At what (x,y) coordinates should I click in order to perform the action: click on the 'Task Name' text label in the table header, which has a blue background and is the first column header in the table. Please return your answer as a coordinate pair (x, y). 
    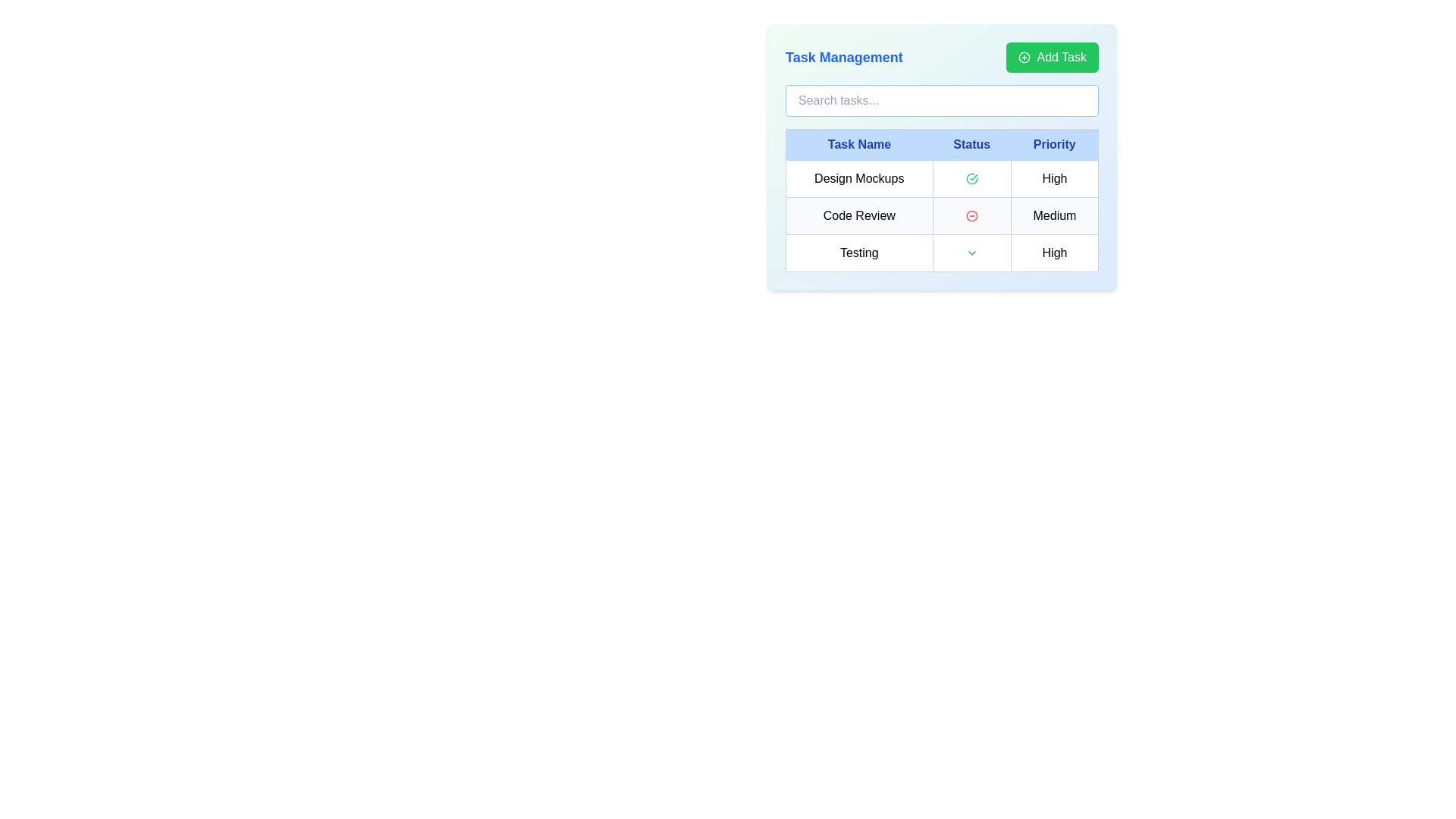
    Looking at the image, I should click on (859, 145).